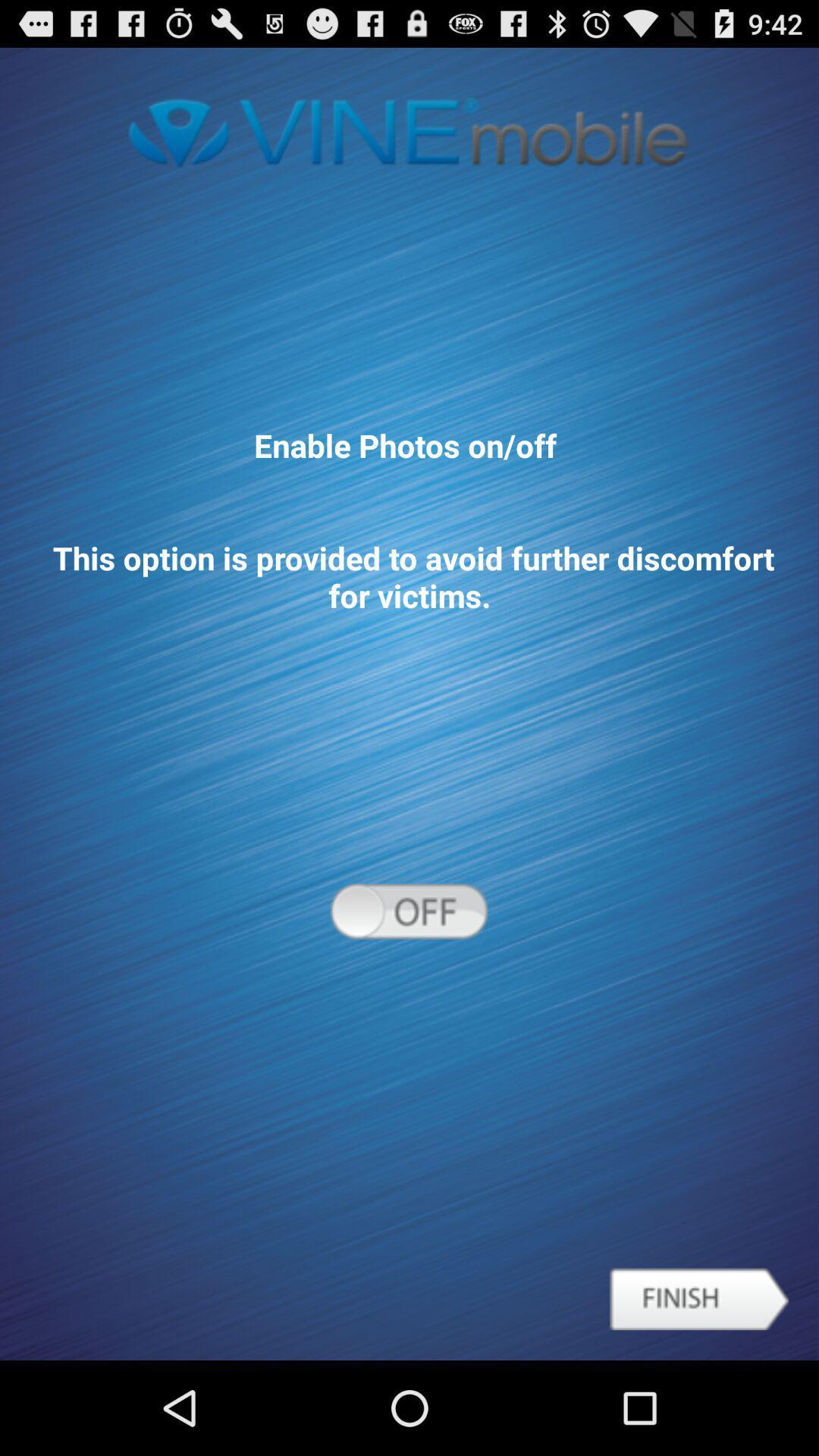 This screenshot has width=819, height=1456. What do you see at coordinates (699, 1298) in the screenshot?
I see `icon below enable photos on item` at bounding box center [699, 1298].